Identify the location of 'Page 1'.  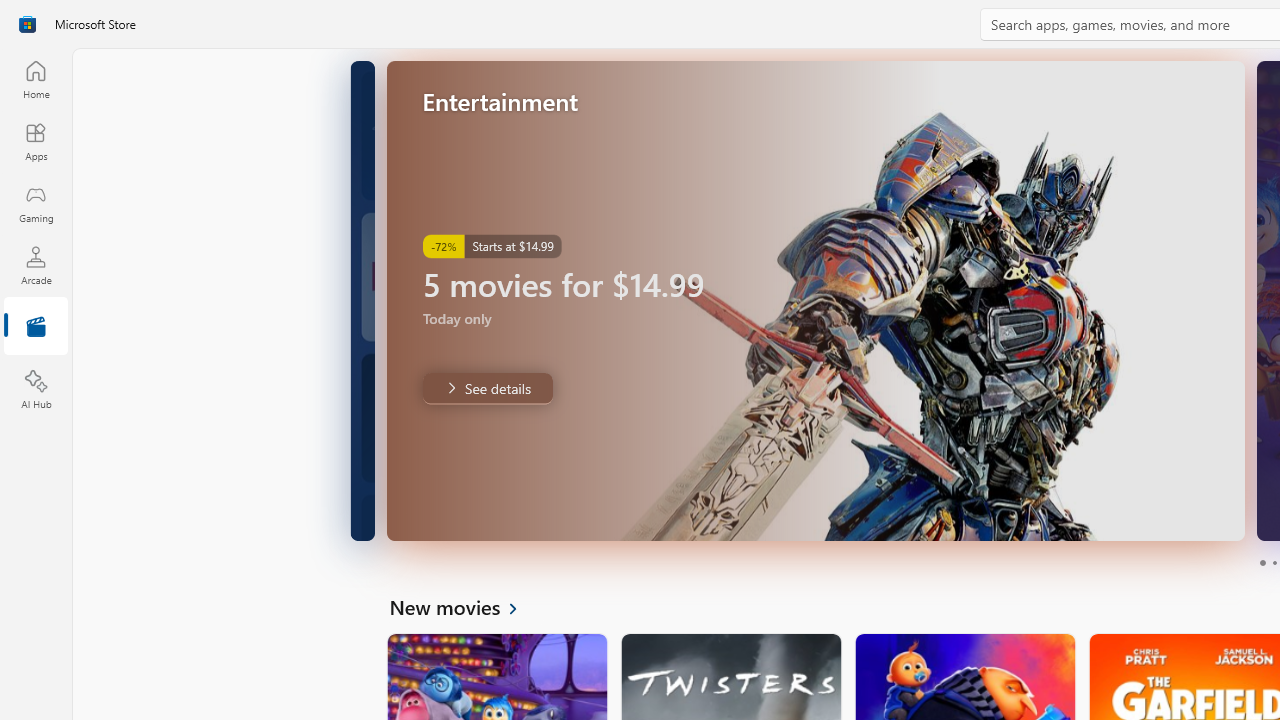
(1261, 563).